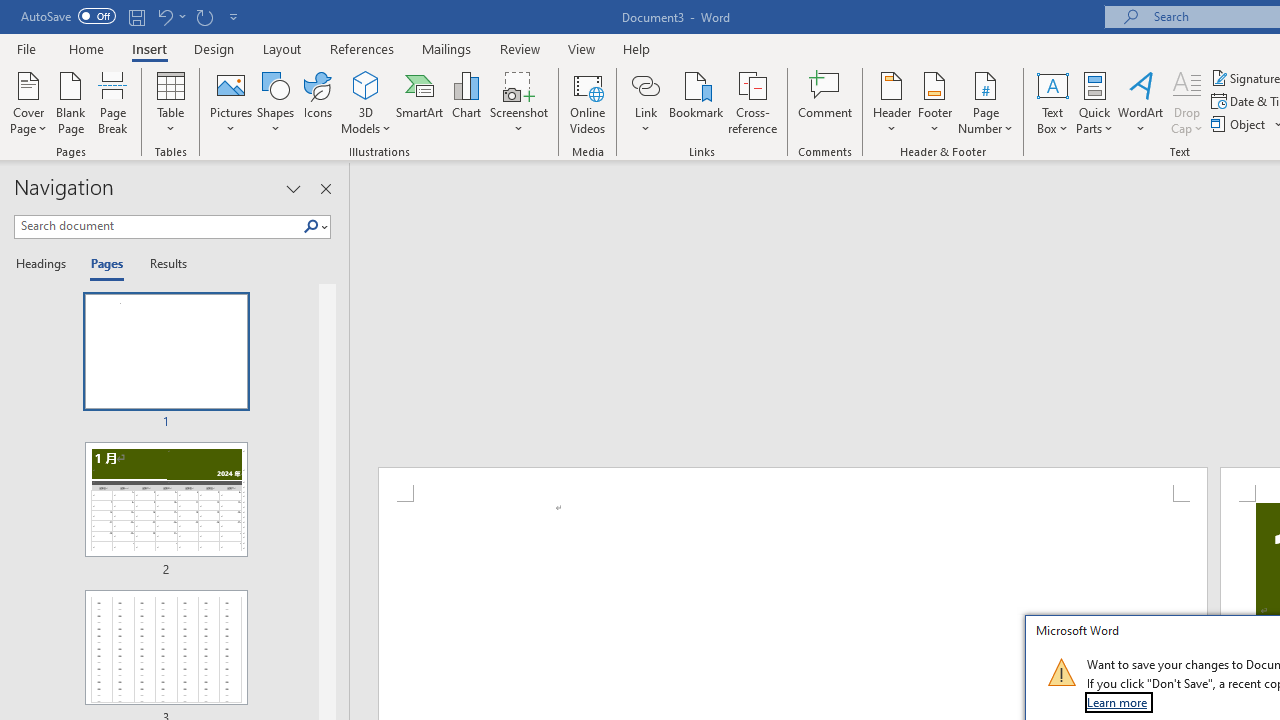 Image resolution: width=1280 pixels, height=720 pixels. I want to click on 'WordArt', so click(1141, 103).